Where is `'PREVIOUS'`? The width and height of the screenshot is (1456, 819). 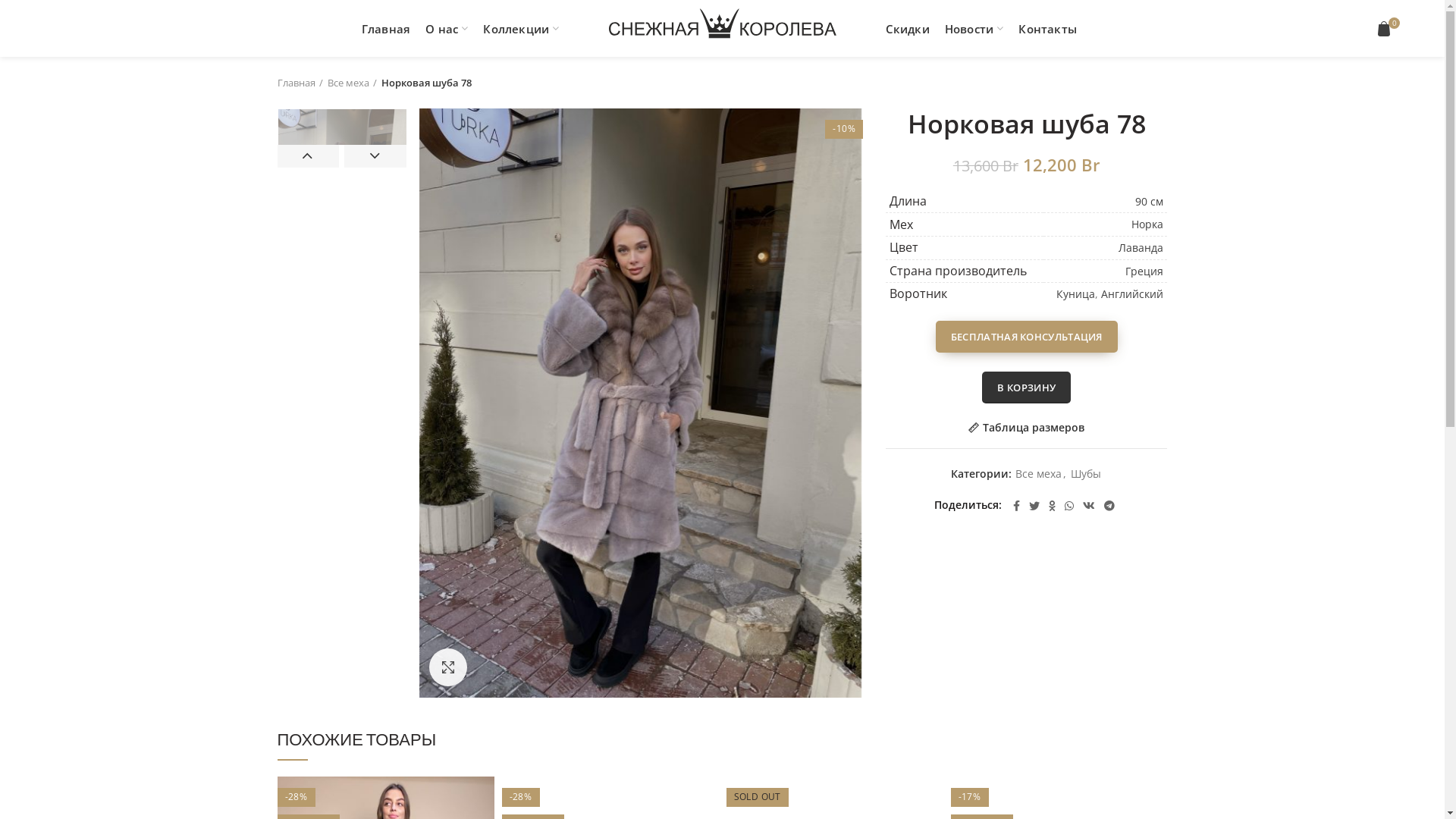
'PREVIOUS' is located at coordinates (308, 155).